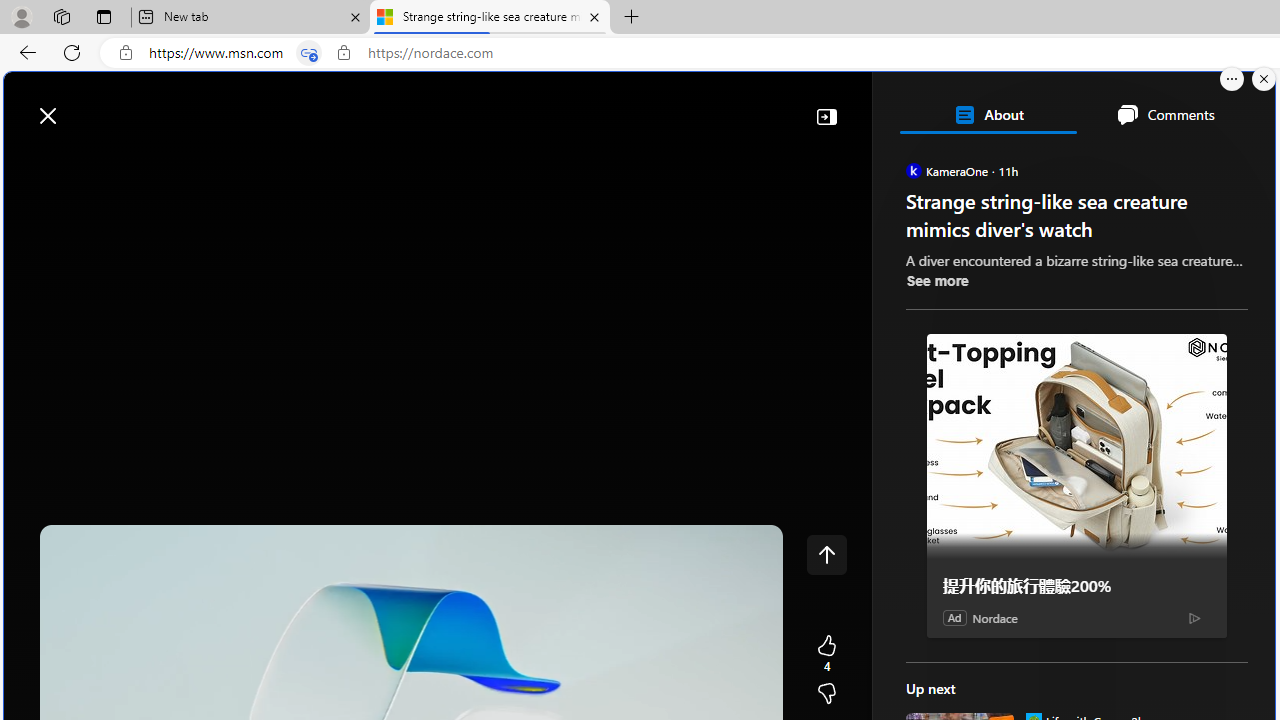  I want to click on 'Open settings', so click(1229, 105).